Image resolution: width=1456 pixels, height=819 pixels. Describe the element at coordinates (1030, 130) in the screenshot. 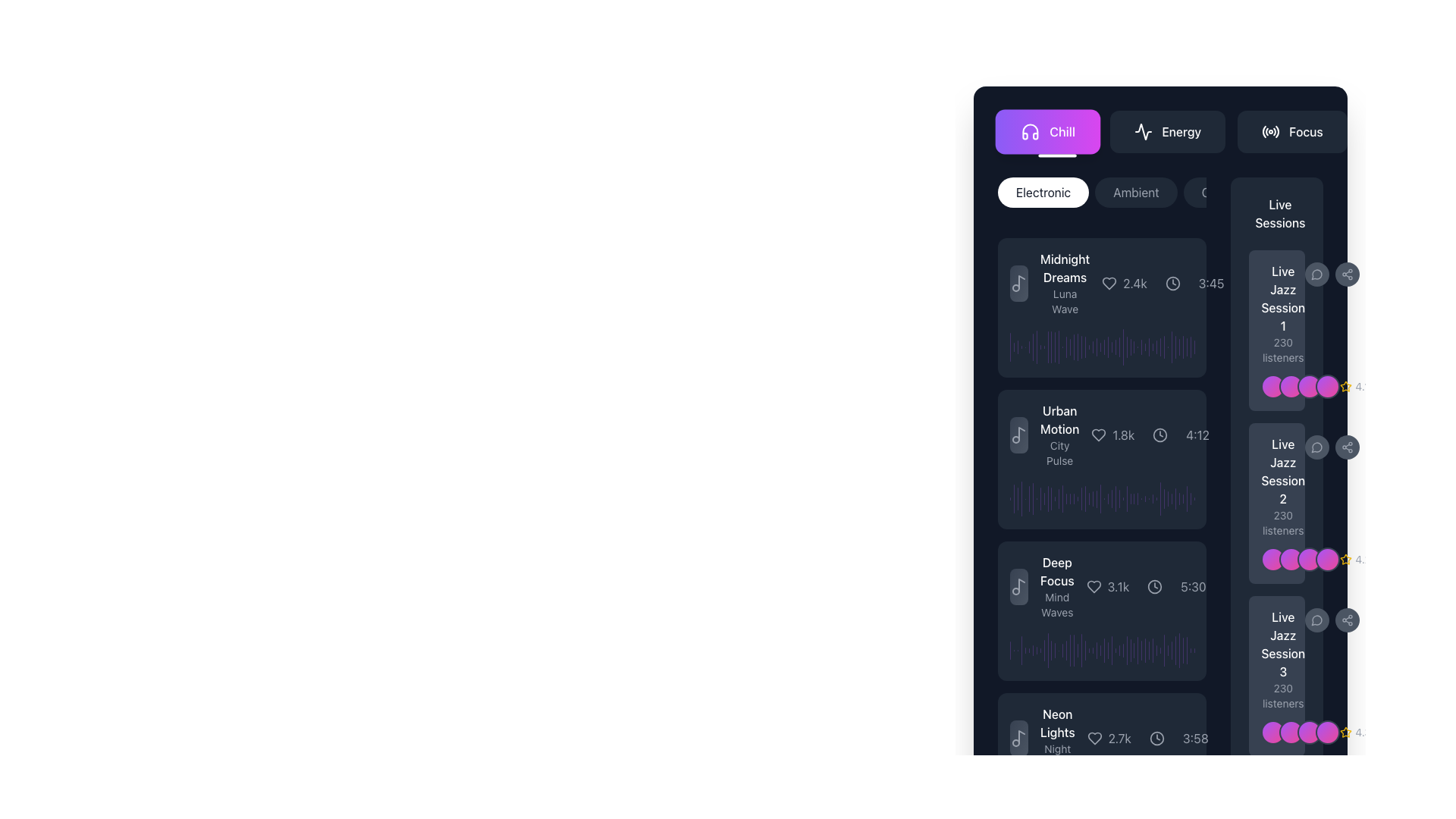

I see `the design and representation of the 'Chill' button icon, which is located on the left side of the button in a horizontal row of buttons near the top section of the interface` at that location.